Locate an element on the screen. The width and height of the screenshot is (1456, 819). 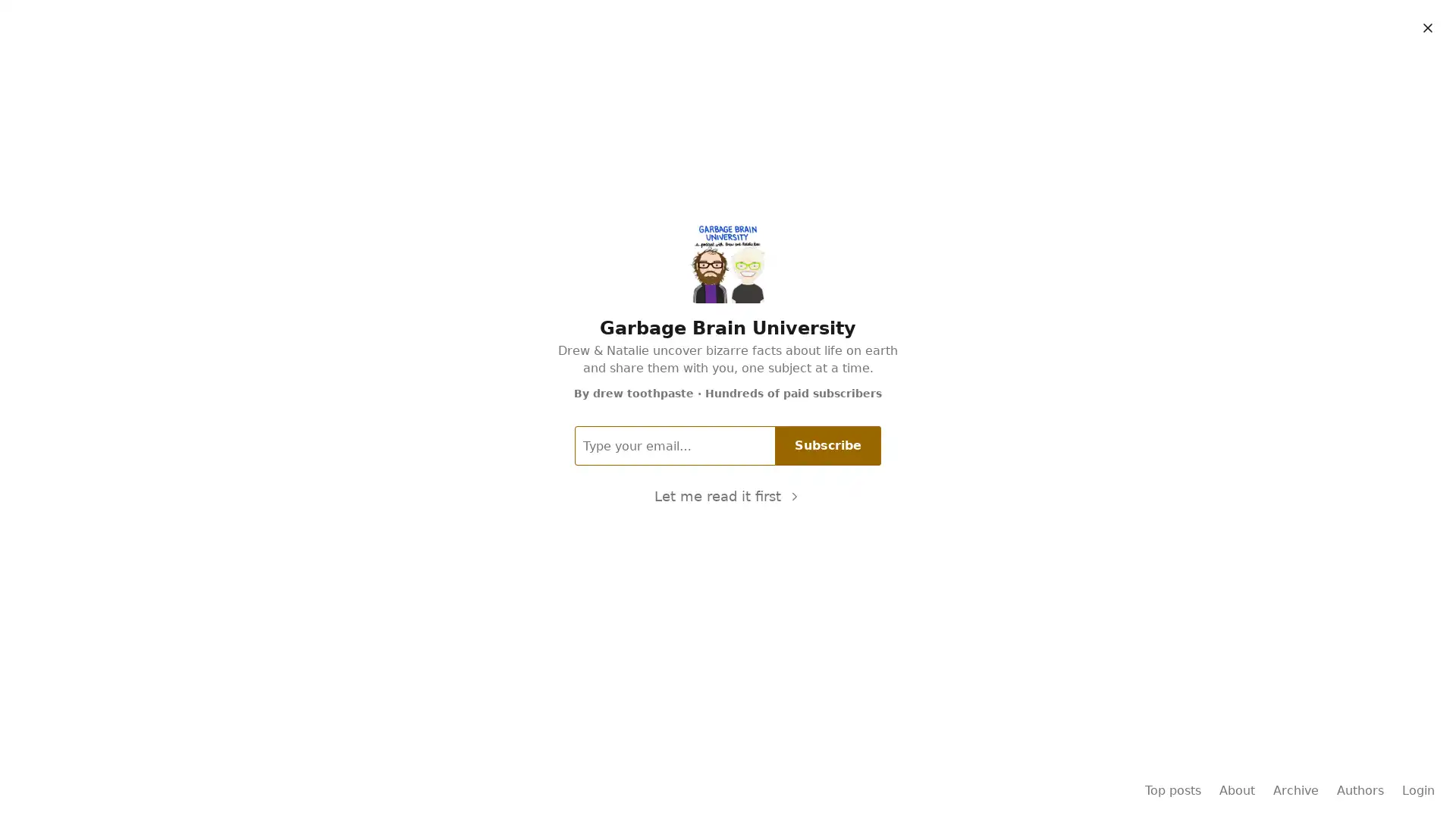
Home is located at coordinates (673, 66).